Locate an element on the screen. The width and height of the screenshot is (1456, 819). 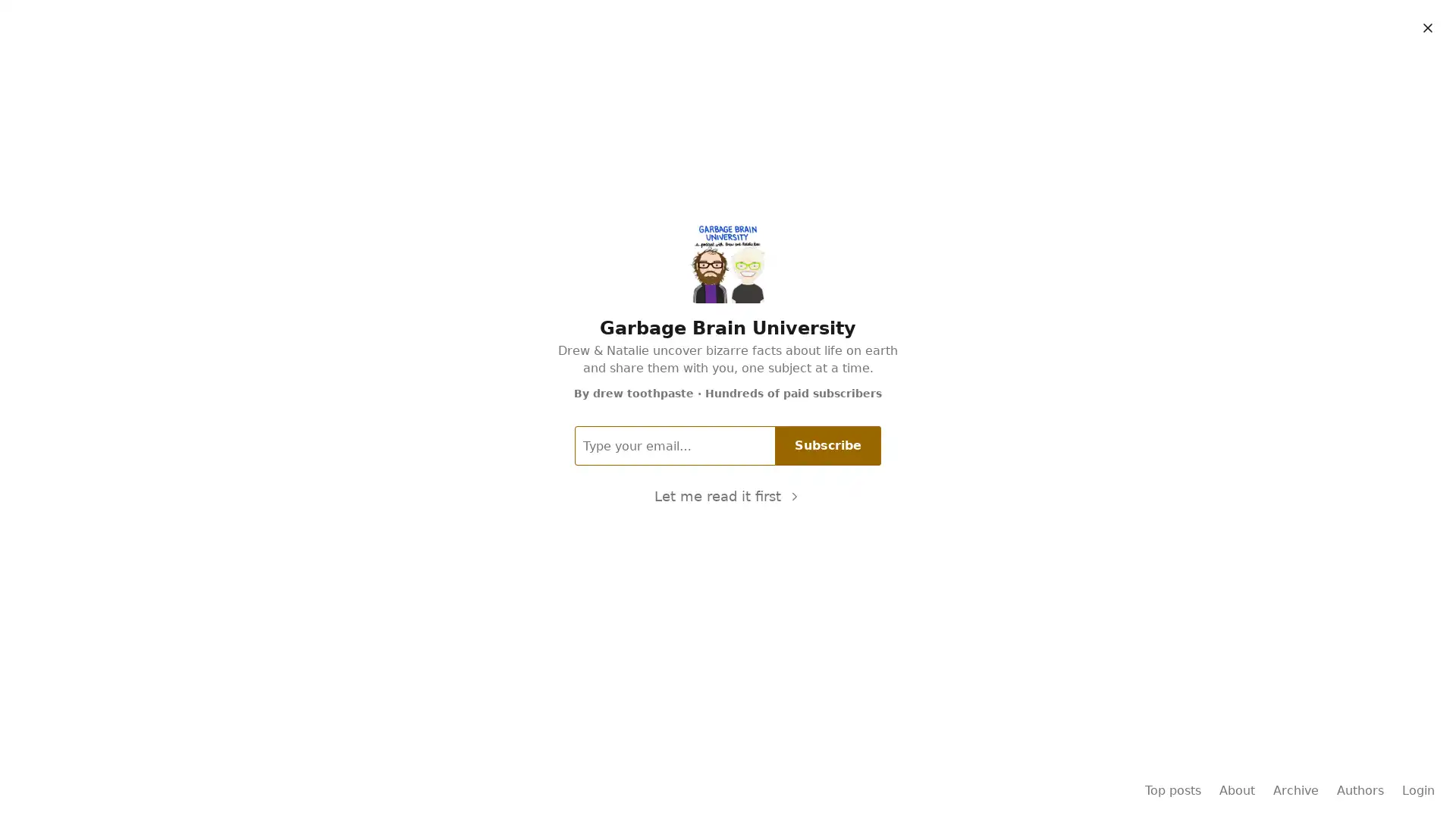
Home is located at coordinates (673, 66).